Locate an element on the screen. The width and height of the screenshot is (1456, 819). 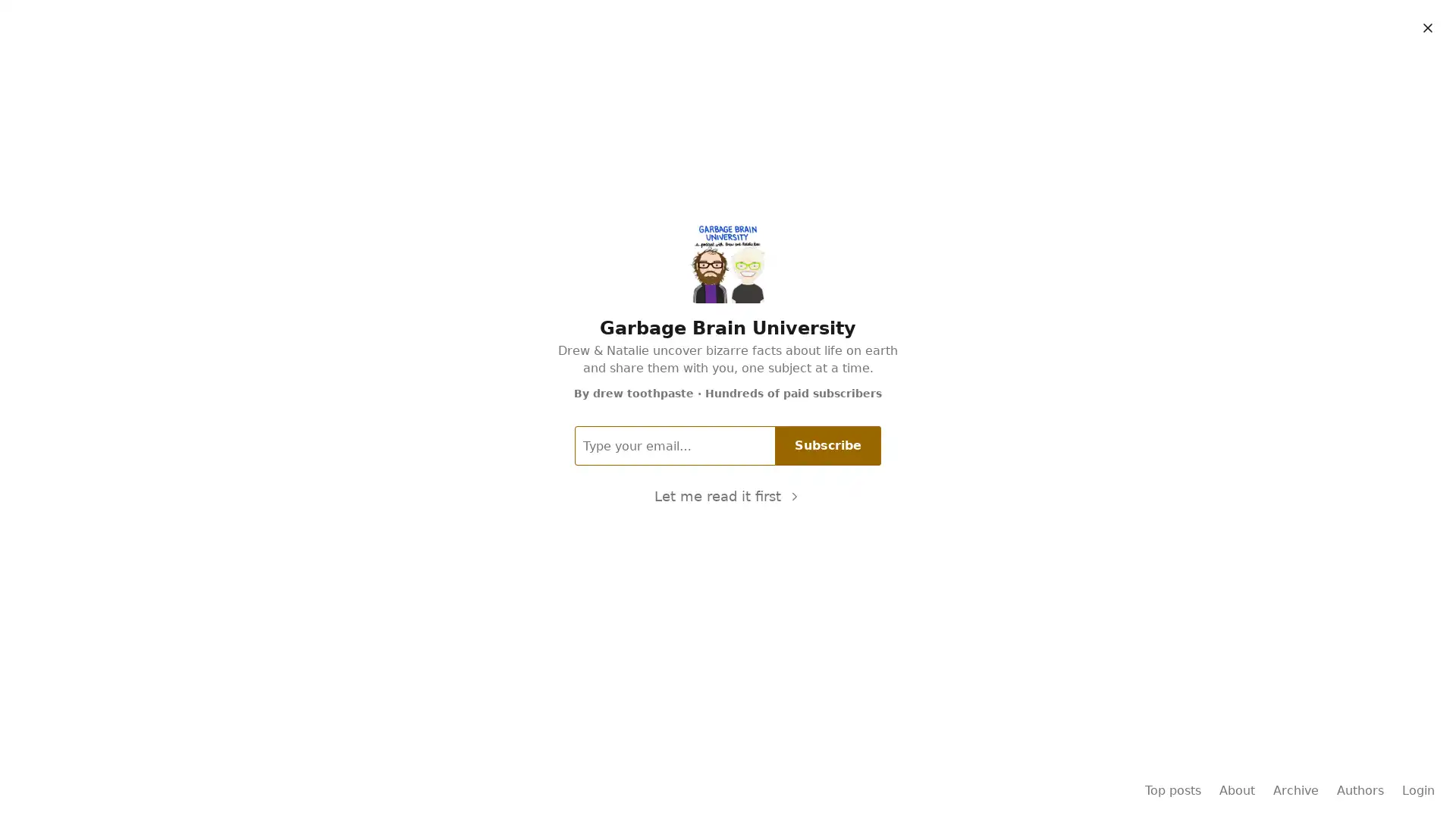
Home is located at coordinates (673, 66).